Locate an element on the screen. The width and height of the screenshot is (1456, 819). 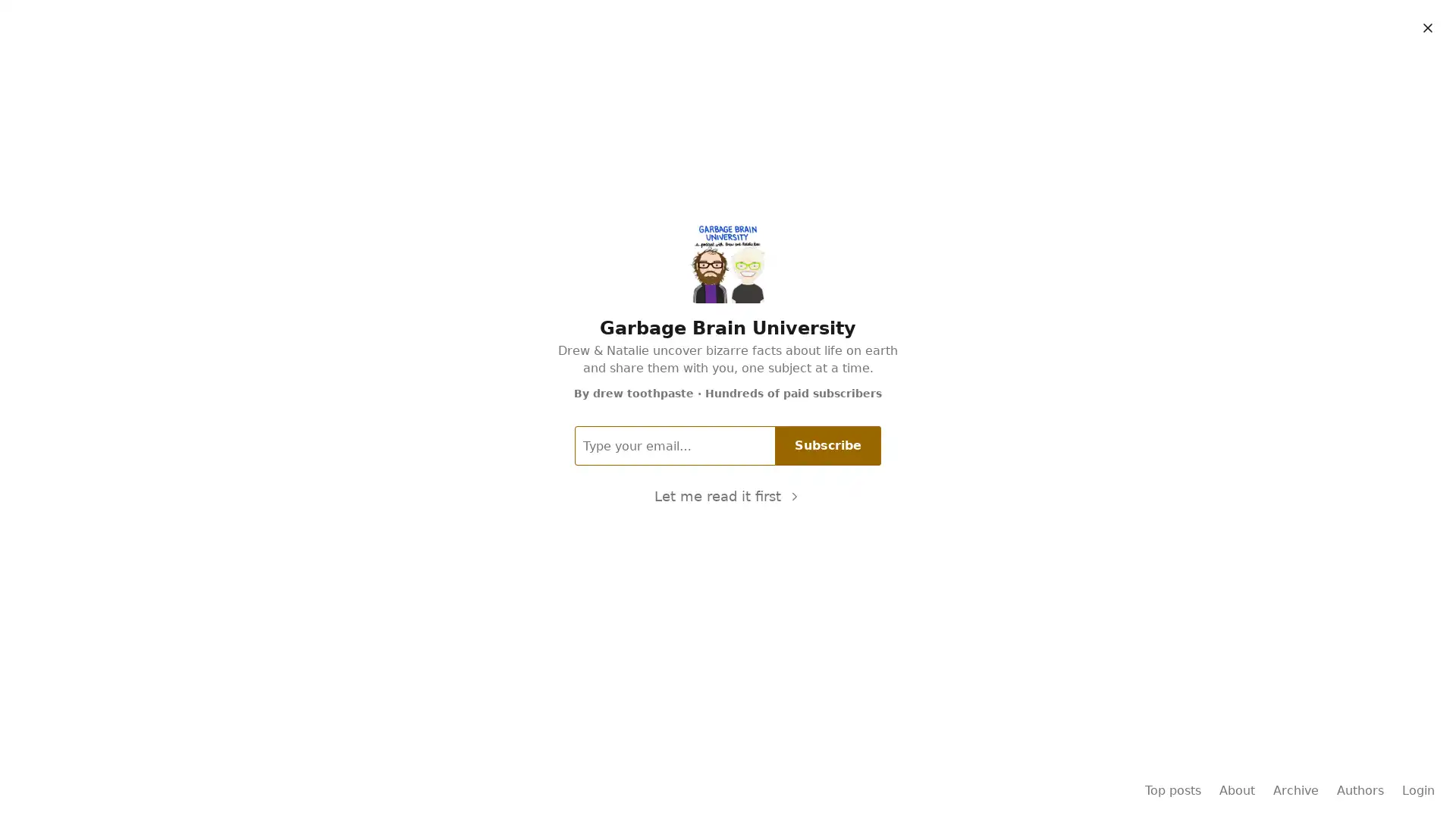
Home is located at coordinates (673, 66).